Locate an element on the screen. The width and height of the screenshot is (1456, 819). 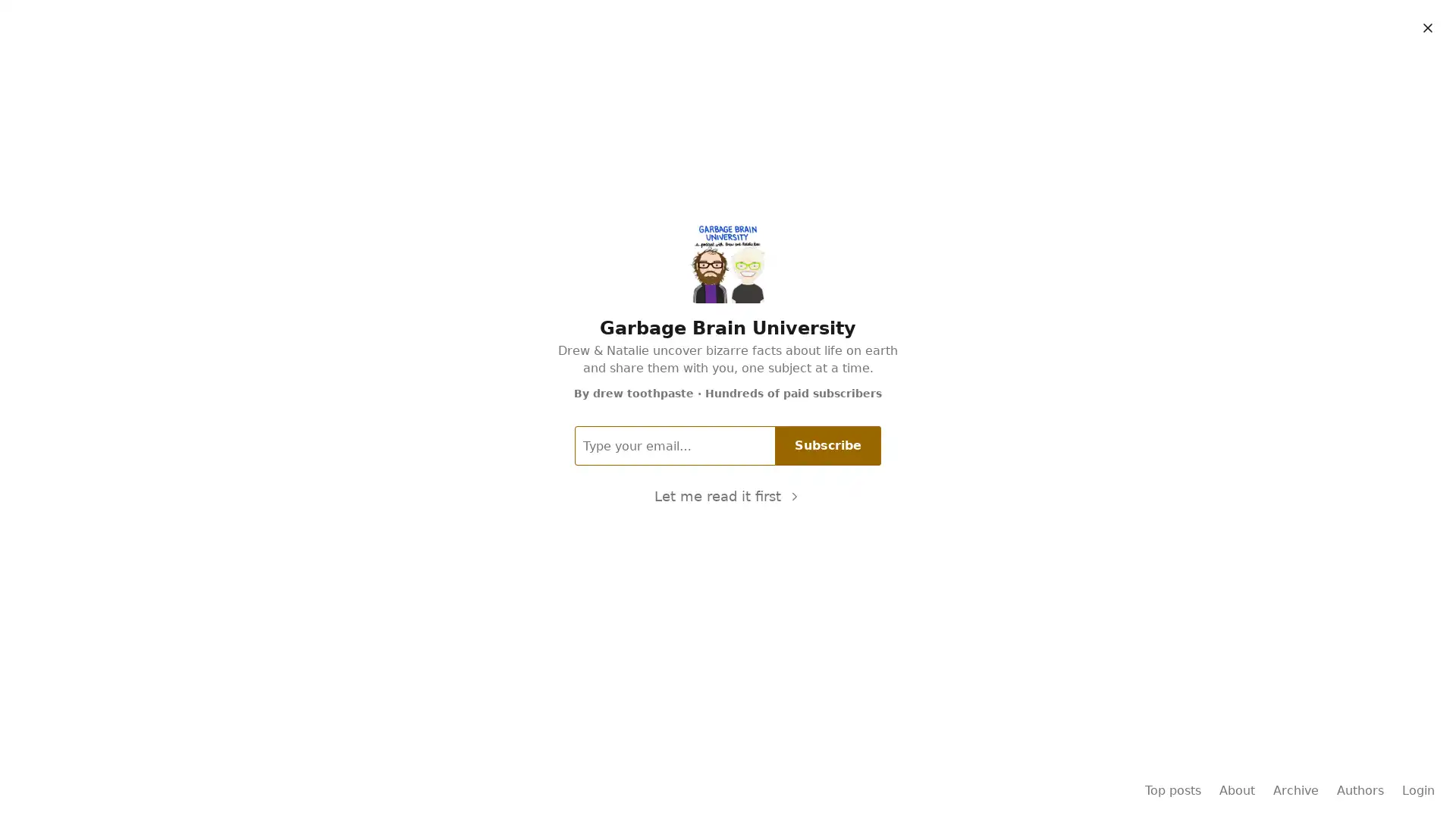
Home is located at coordinates (673, 66).